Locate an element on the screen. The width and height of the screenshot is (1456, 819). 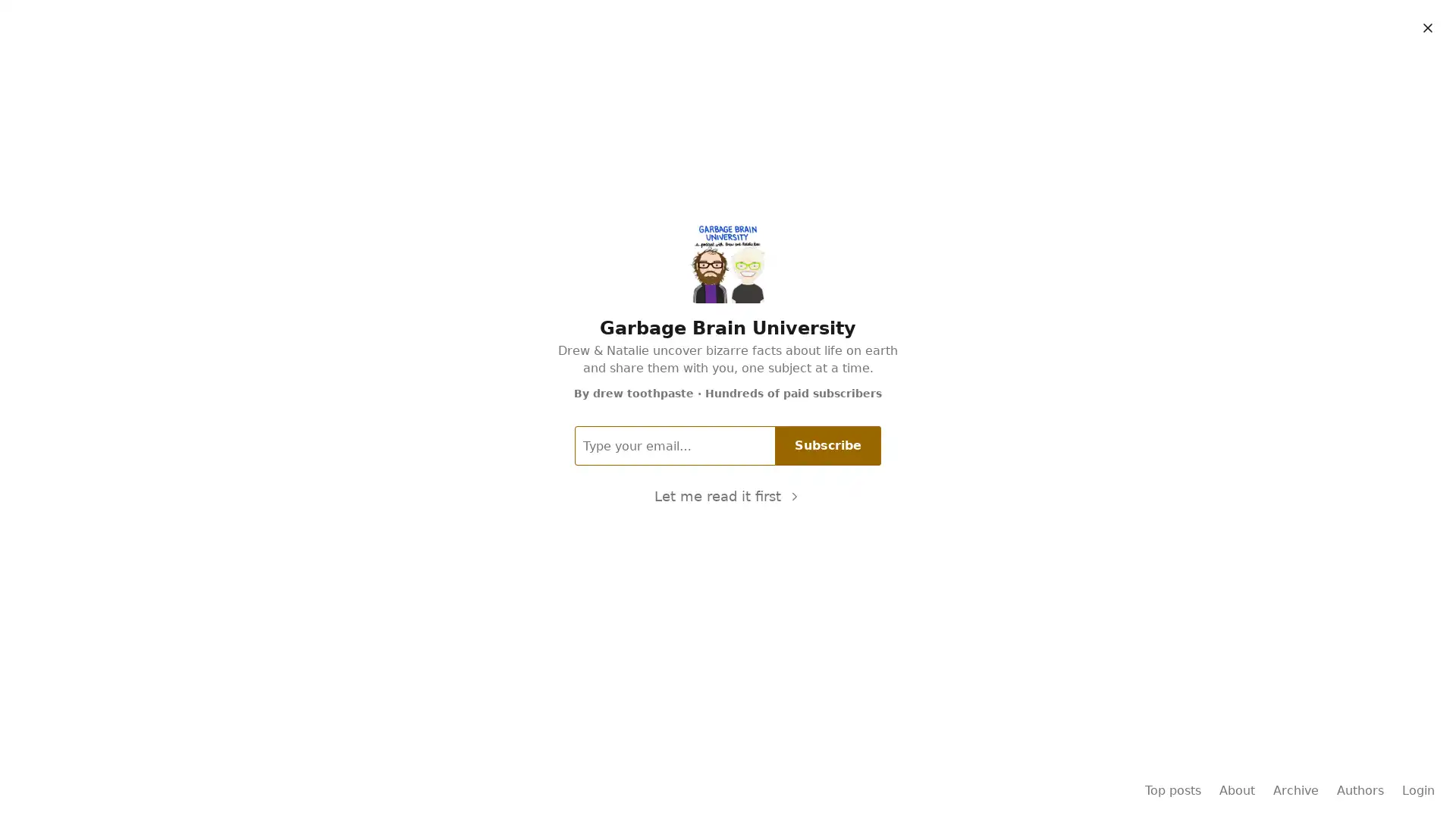
Home is located at coordinates (673, 66).